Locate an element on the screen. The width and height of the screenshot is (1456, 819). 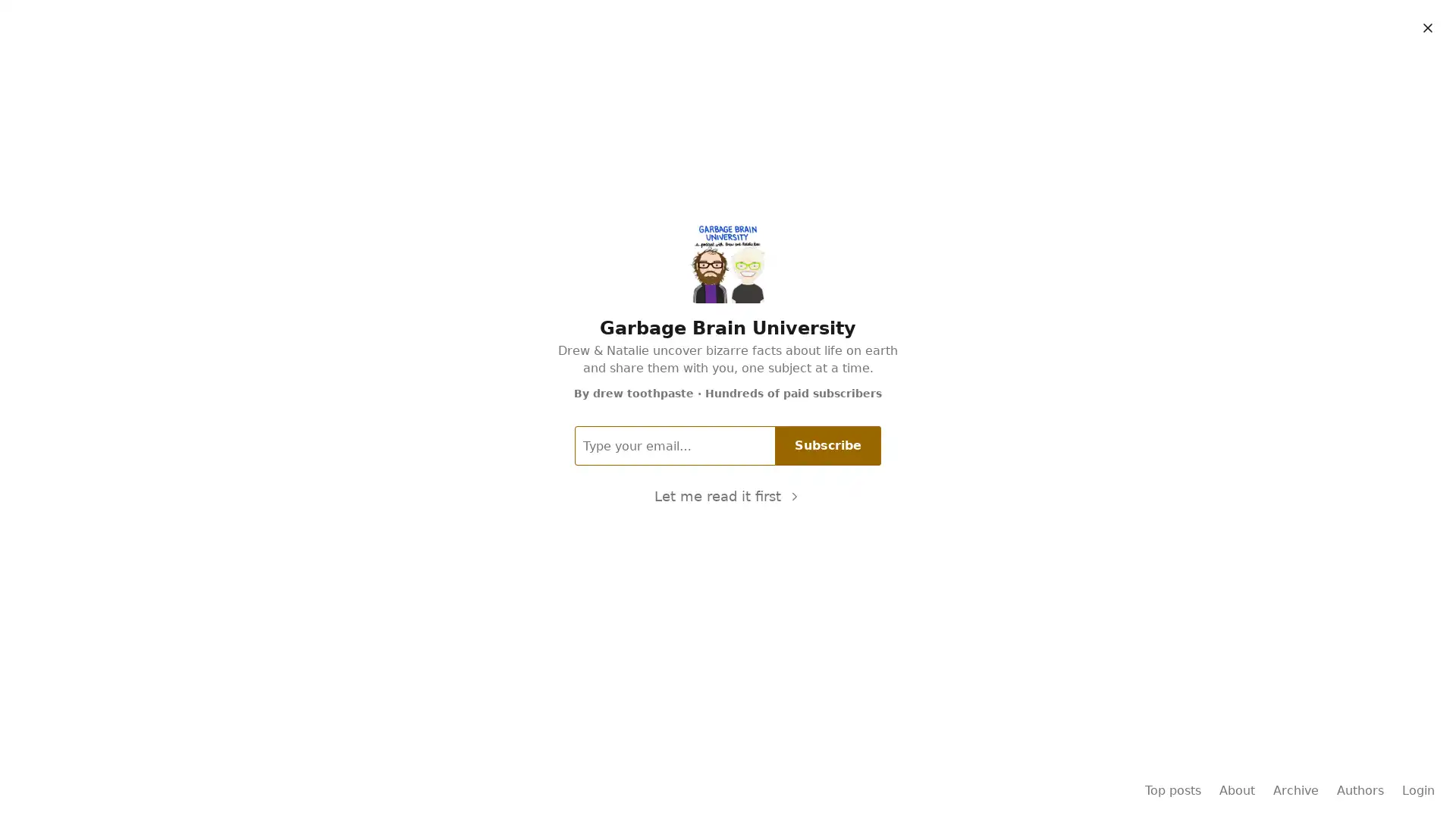
Home is located at coordinates (673, 66).